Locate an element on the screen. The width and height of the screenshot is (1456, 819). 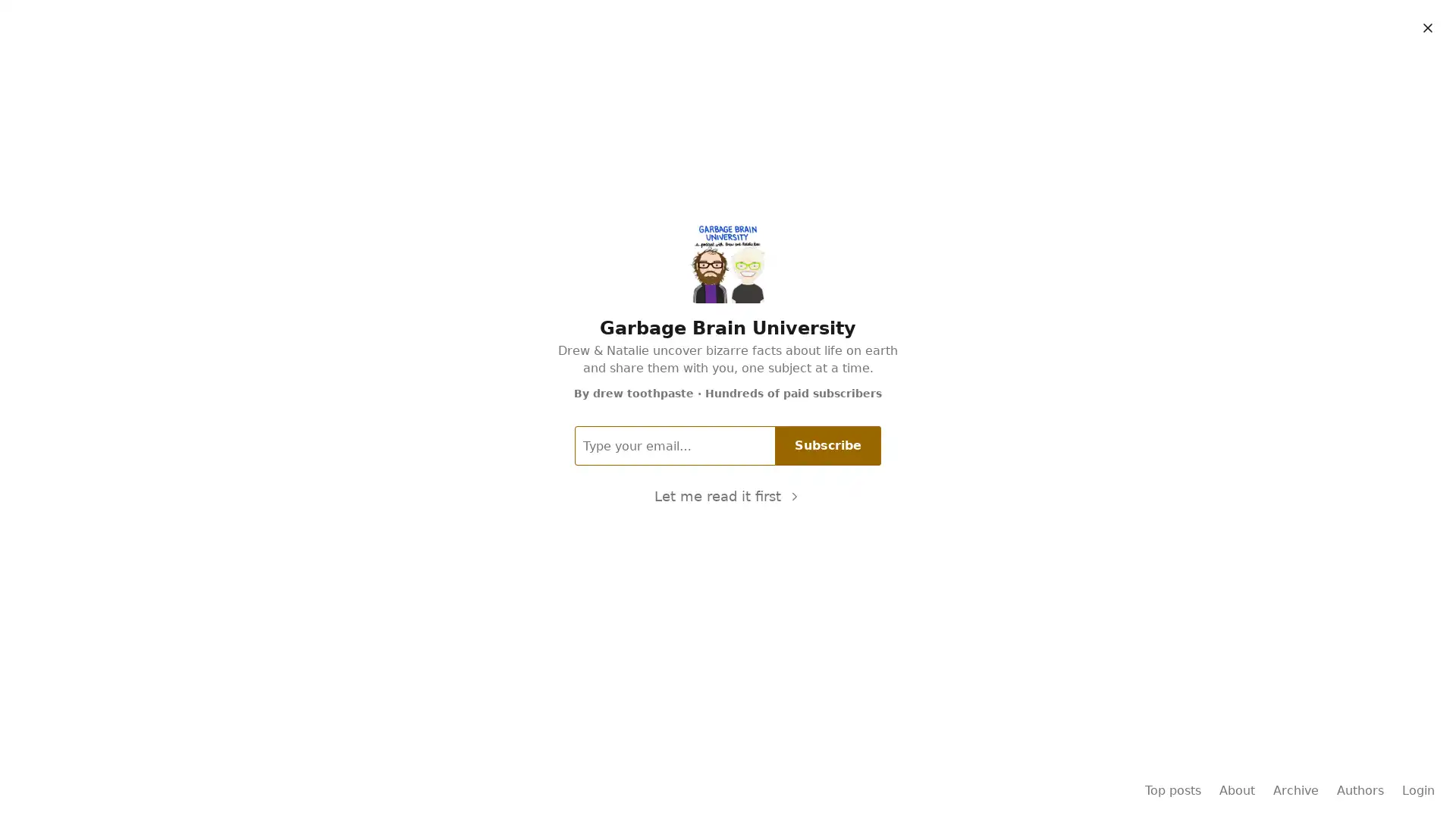
Home is located at coordinates (673, 66).